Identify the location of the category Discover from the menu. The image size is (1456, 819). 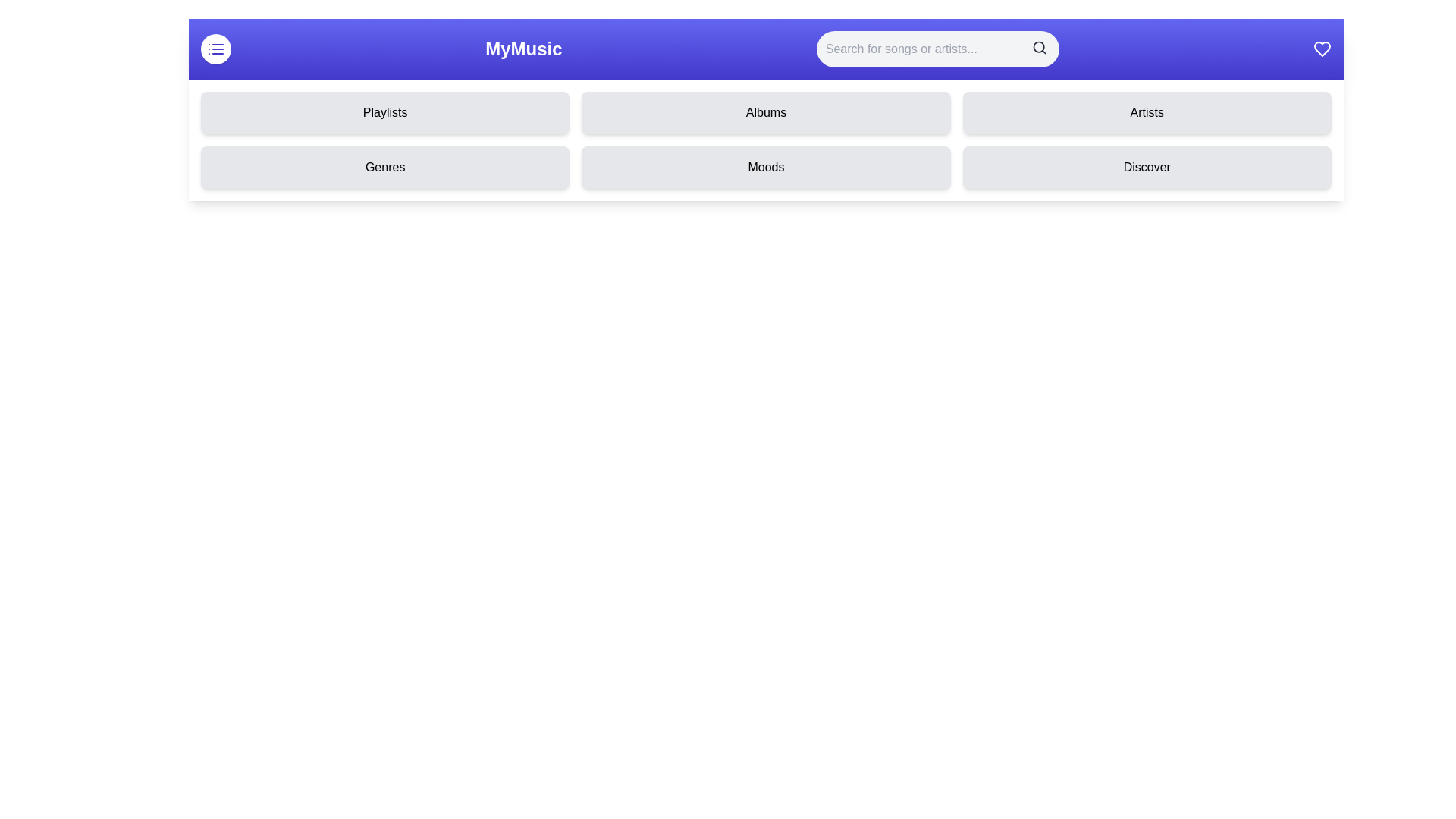
(1147, 167).